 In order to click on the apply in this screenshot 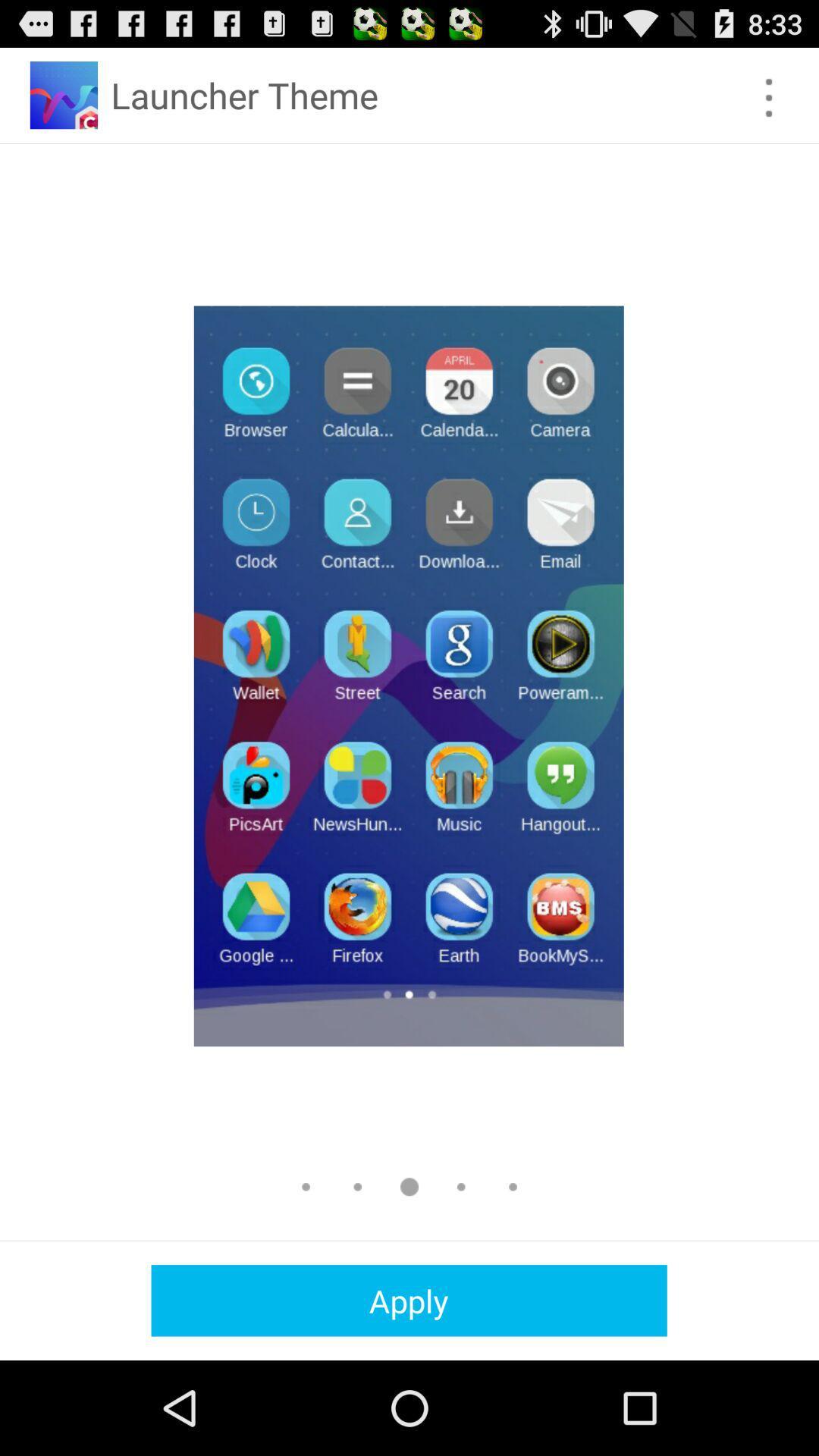, I will do `click(408, 1300)`.